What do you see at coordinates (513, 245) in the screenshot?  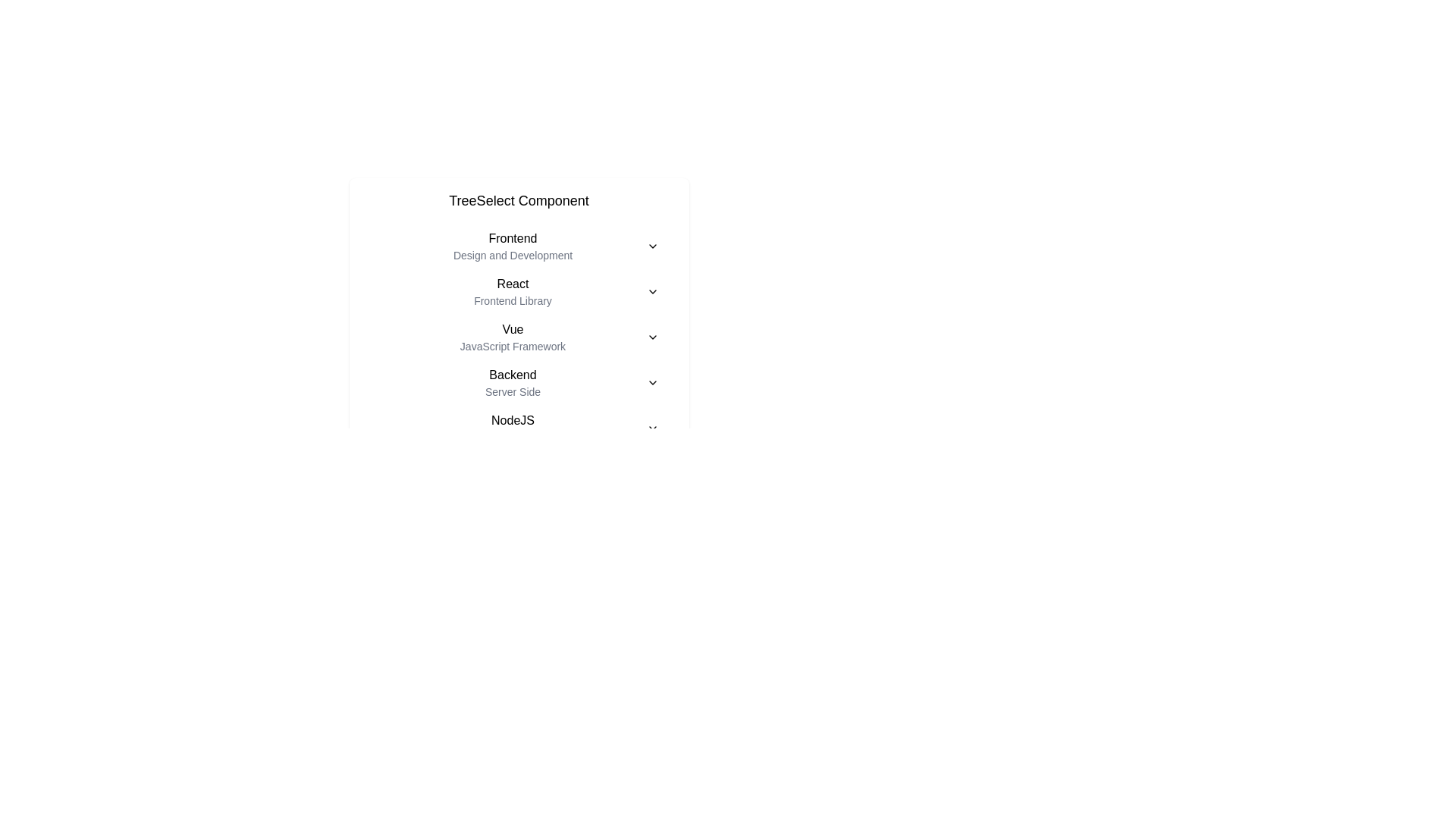 I see `the first tree node item in the TreeSelect Component` at bounding box center [513, 245].